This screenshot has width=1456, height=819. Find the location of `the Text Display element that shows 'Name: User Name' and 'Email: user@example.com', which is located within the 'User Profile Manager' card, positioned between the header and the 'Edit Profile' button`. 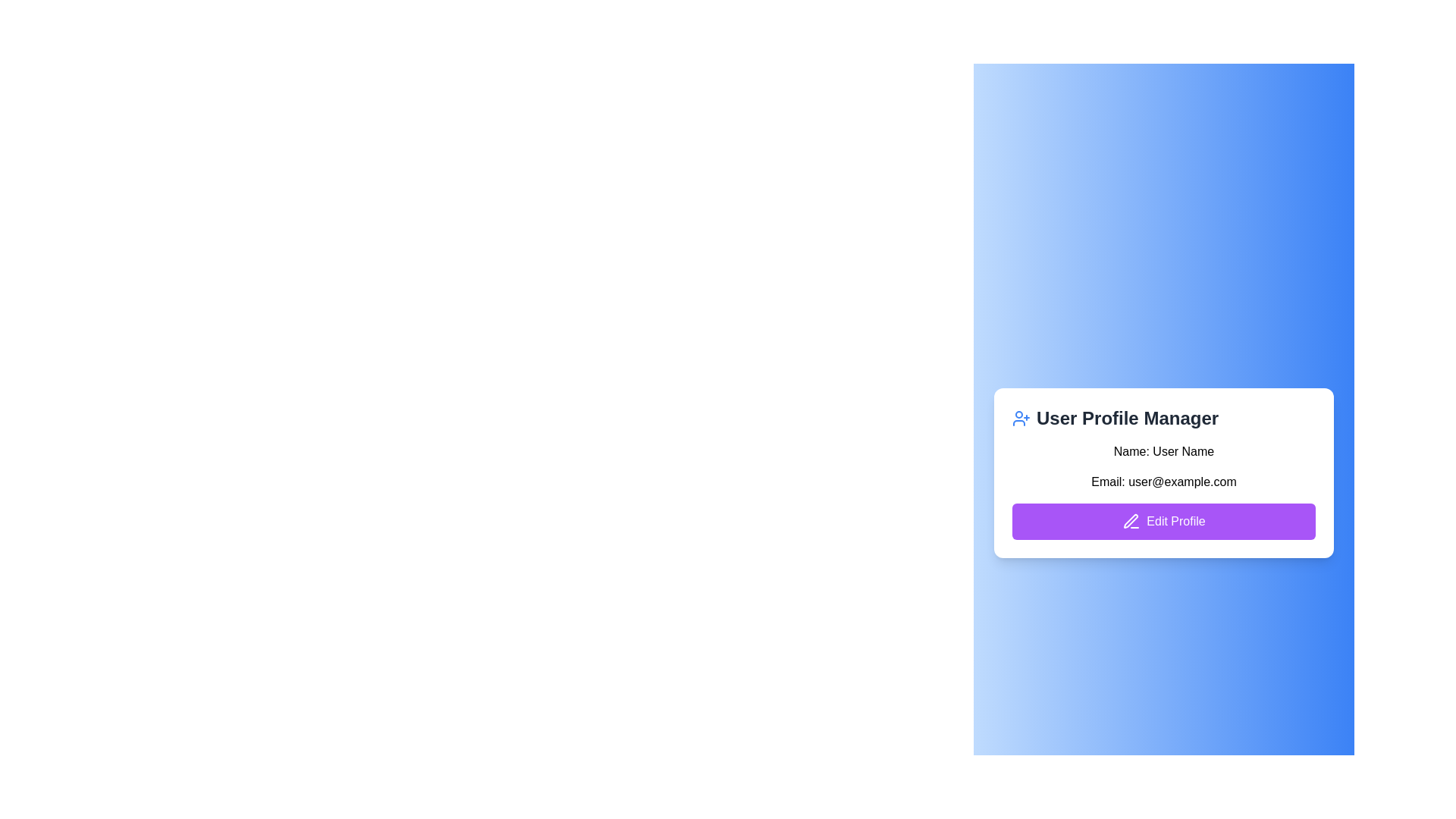

the Text Display element that shows 'Name: User Name' and 'Email: user@example.com', which is located within the 'User Profile Manager' card, positioned between the header and the 'Edit Profile' button is located at coordinates (1163, 491).